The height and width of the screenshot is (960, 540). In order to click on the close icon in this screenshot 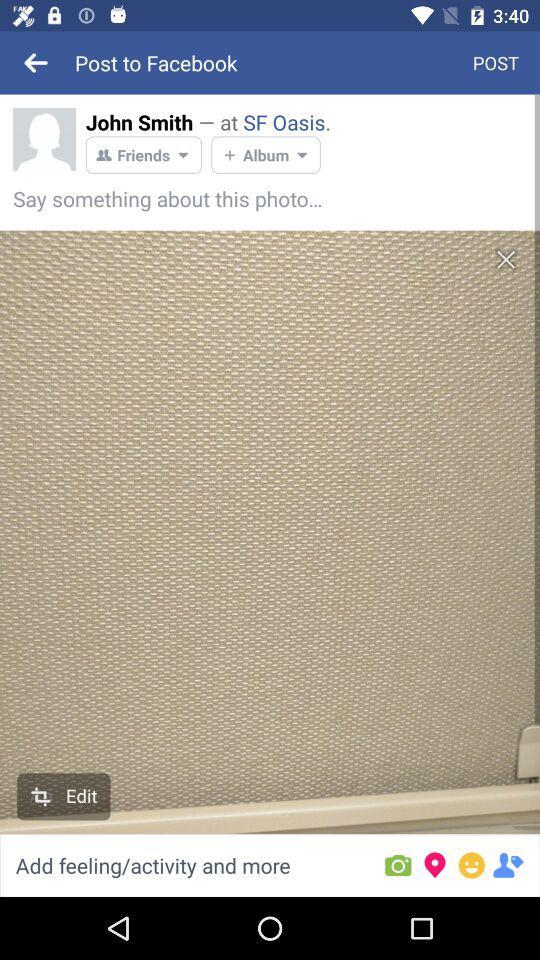, I will do `click(505, 259)`.